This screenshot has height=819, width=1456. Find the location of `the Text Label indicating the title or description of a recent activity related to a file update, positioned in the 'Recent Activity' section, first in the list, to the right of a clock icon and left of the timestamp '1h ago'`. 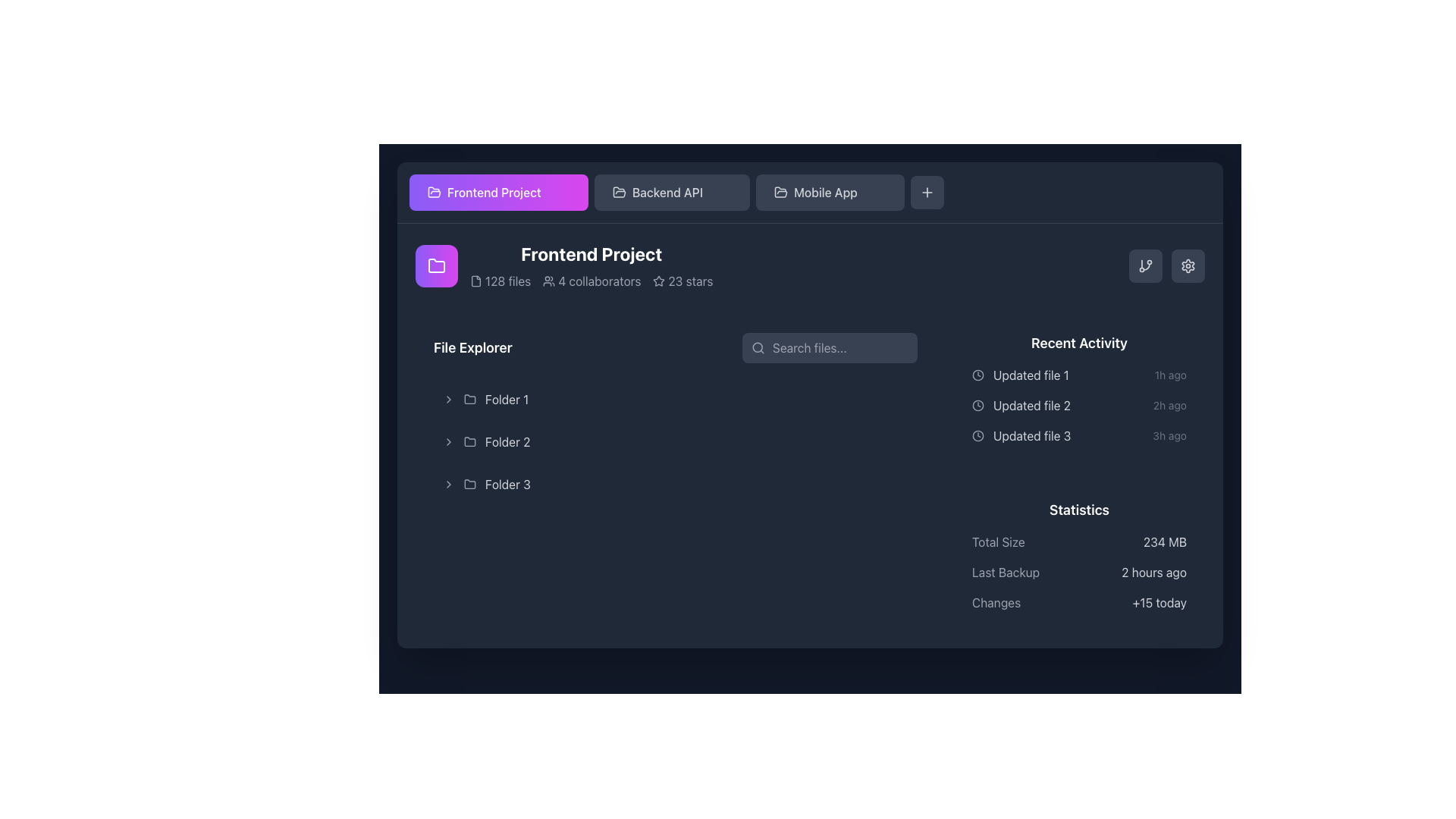

the Text Label indicating the title or description of a recent activity related to a file update, positioned in the 'Recent Activity' section, first in the list, to the right of a clock icon and left of the timestamp '1h ago' is located at coordinates (1031, 375).